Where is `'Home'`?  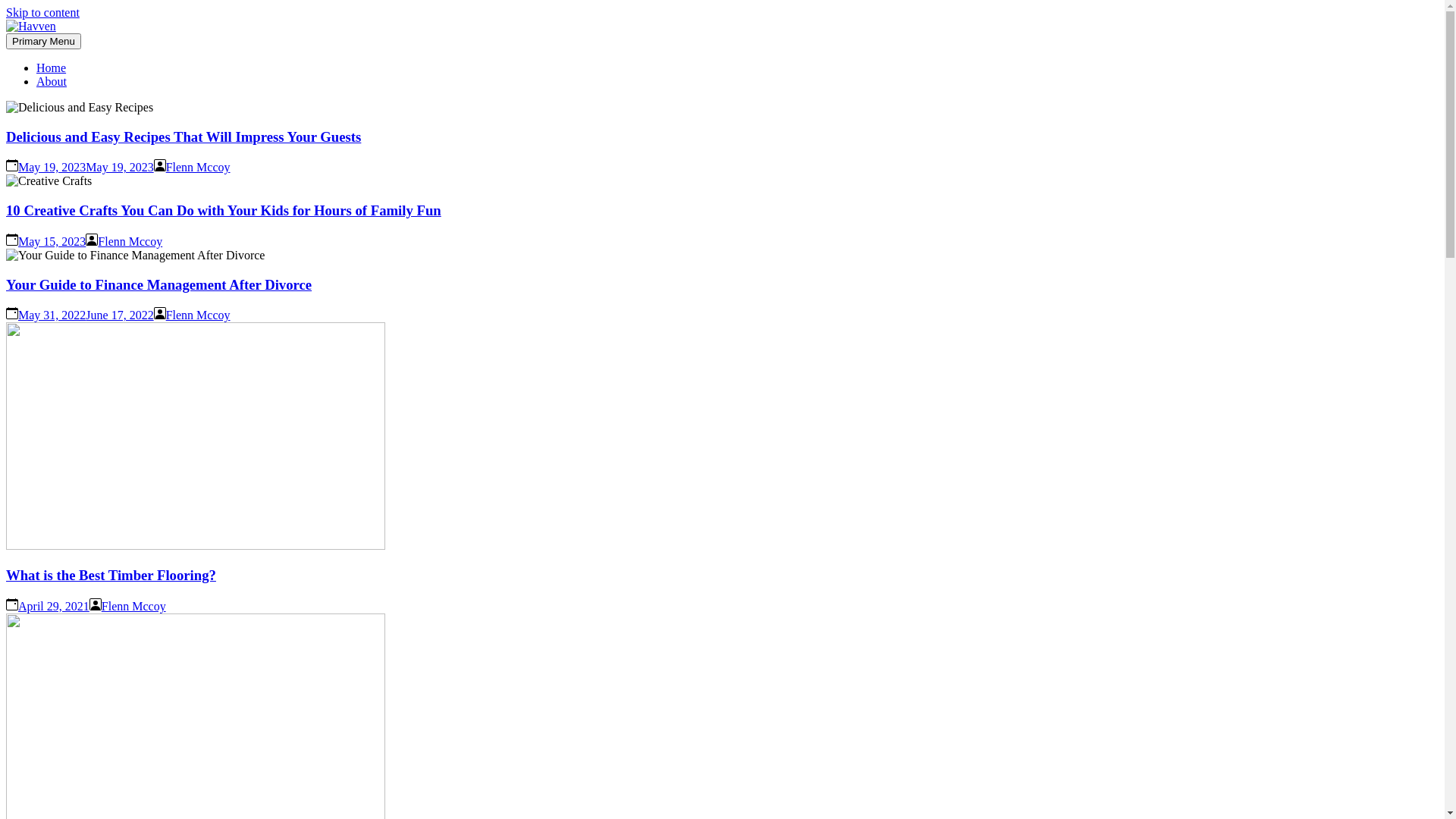 'Home' is located at coordinates (51, 67).